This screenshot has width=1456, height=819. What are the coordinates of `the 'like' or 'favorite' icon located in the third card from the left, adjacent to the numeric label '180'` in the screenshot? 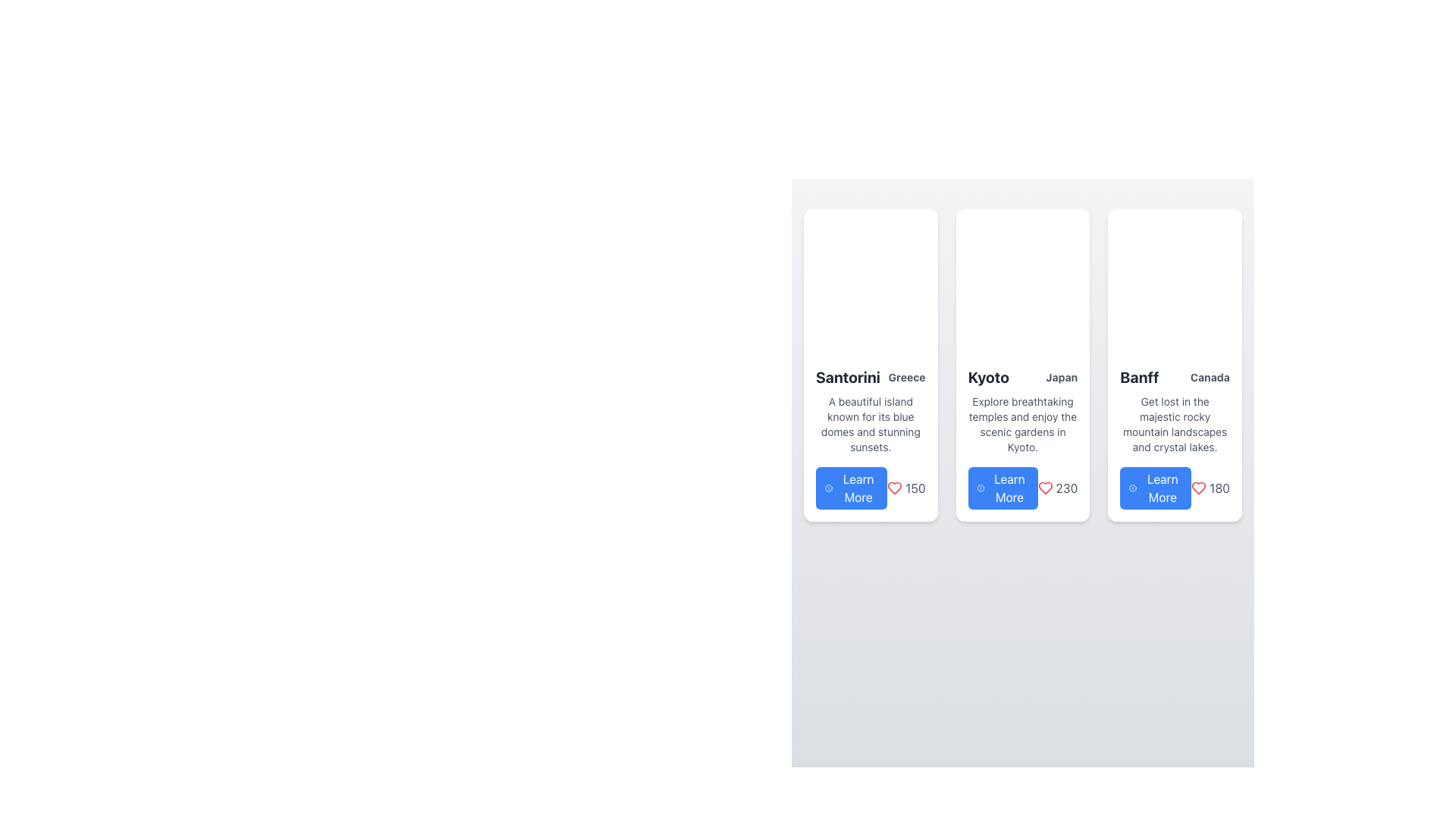 It's located at (1198, 488).